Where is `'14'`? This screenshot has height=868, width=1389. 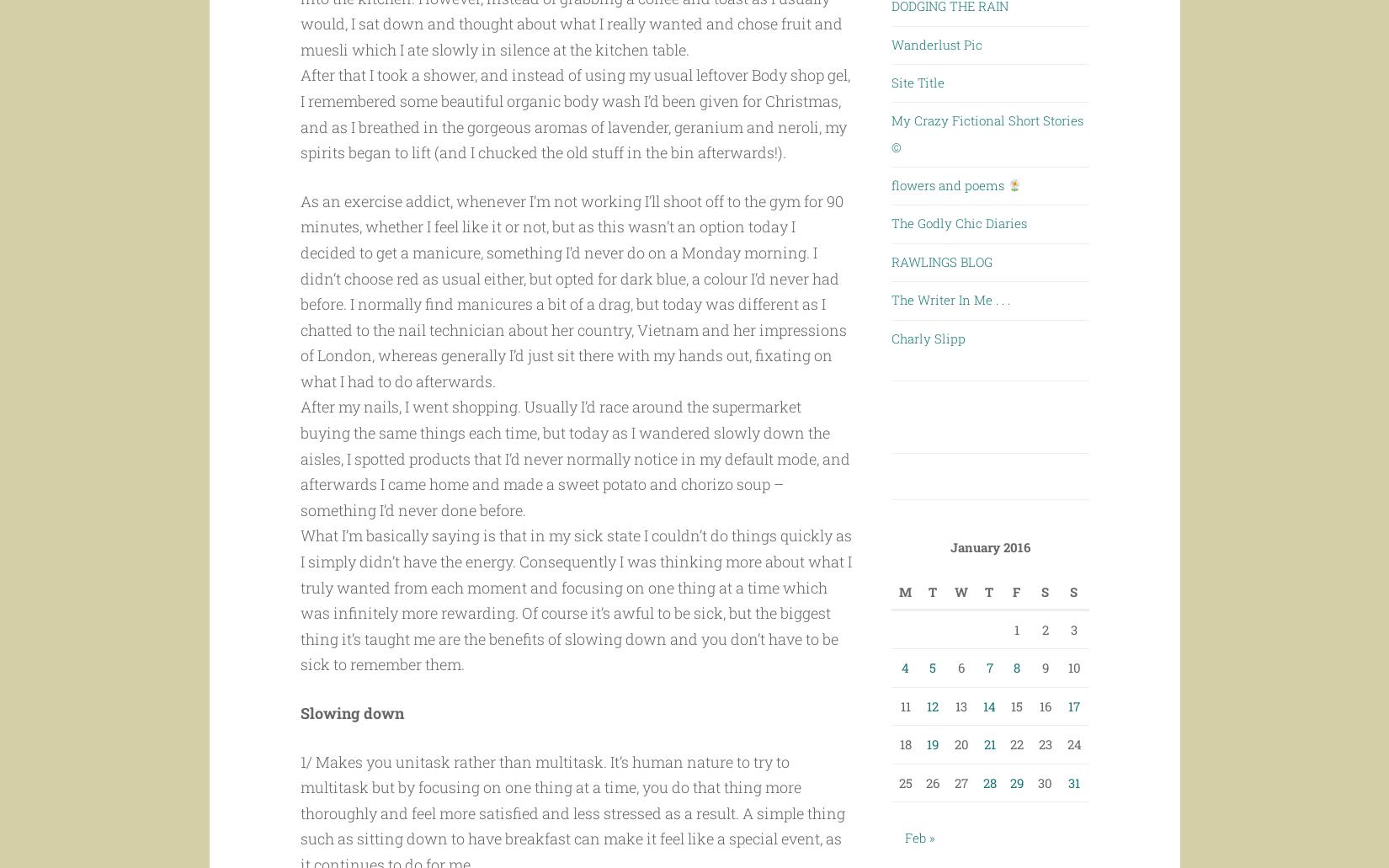 '14' is located at coordinates (983, 705).